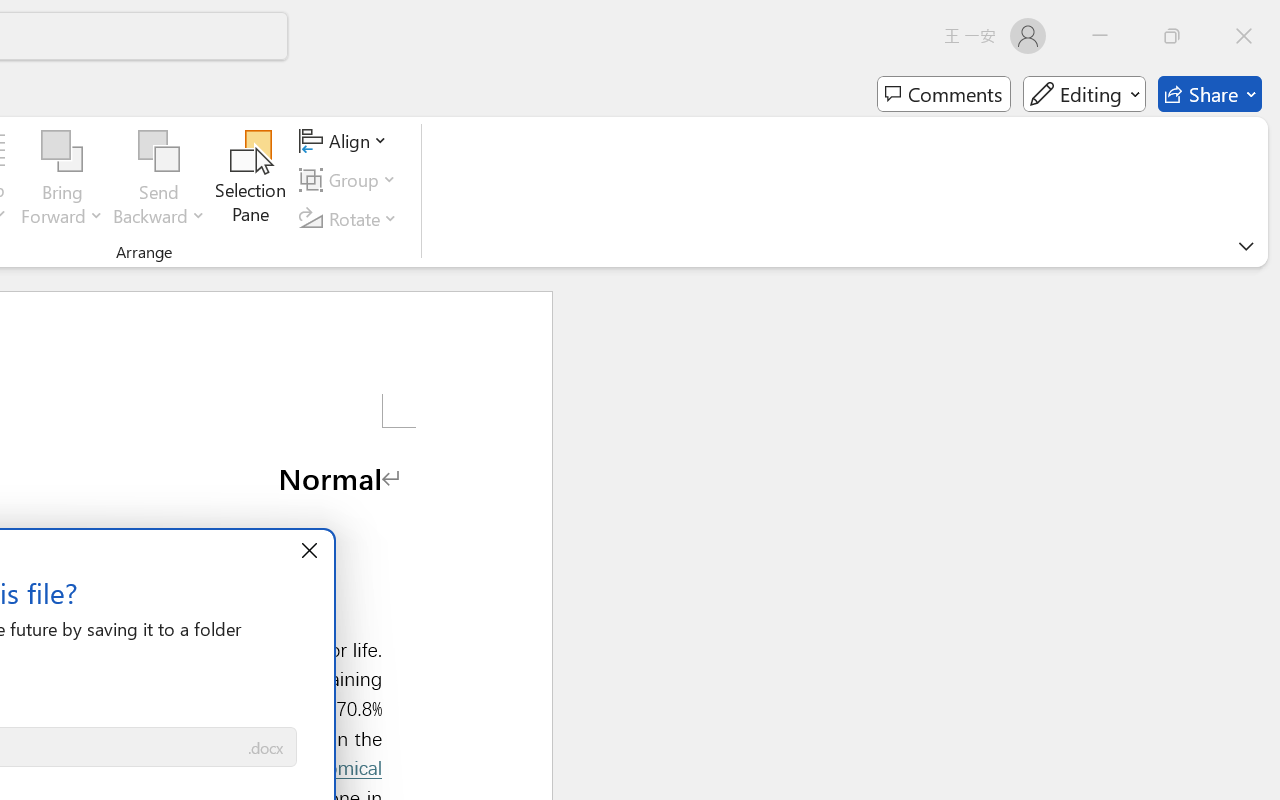 This screenshot has height=800, width=1280. Describe the element at coordinates (158, 179) in the screenshot. I see `'Send Backward'` at that location.